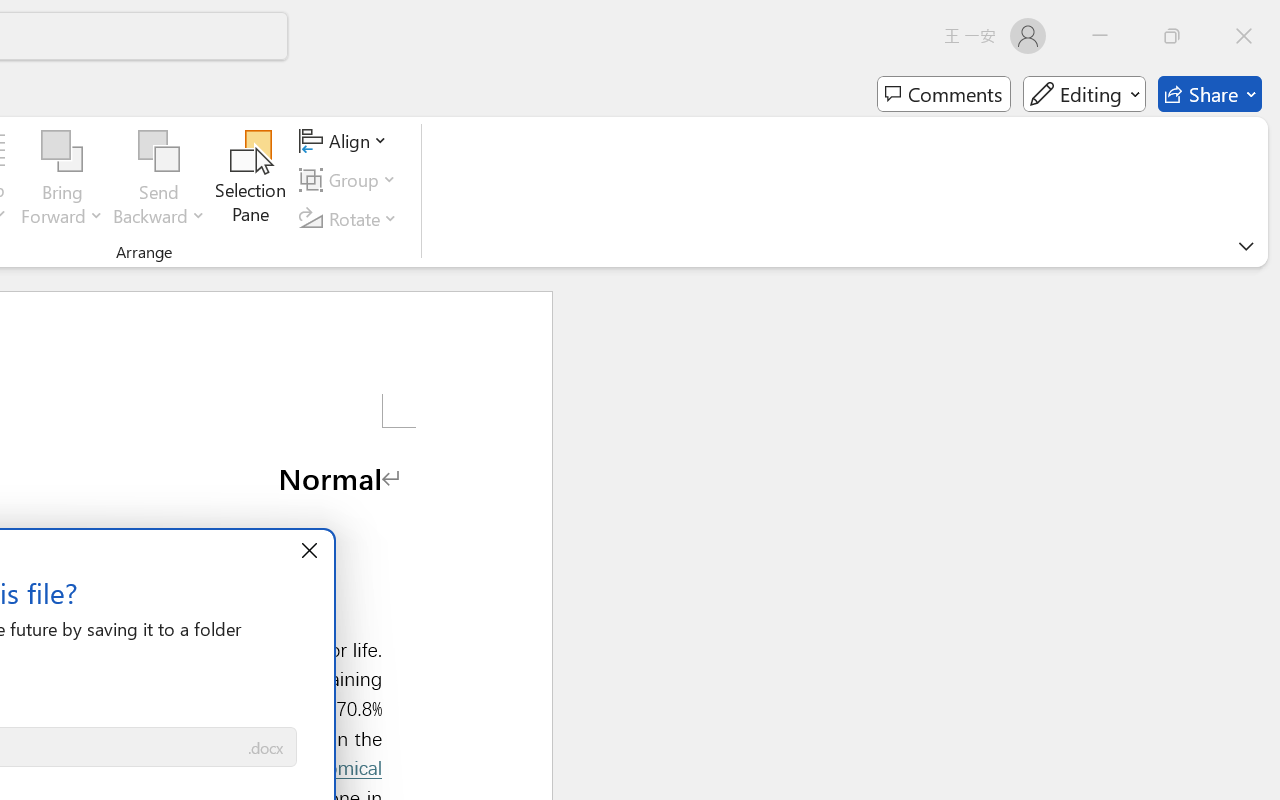 This screenshot has height=800, width=1280. Describe the element at coordinates (158, 179) in the screenshot. I see `'Send Backward'` at that location.